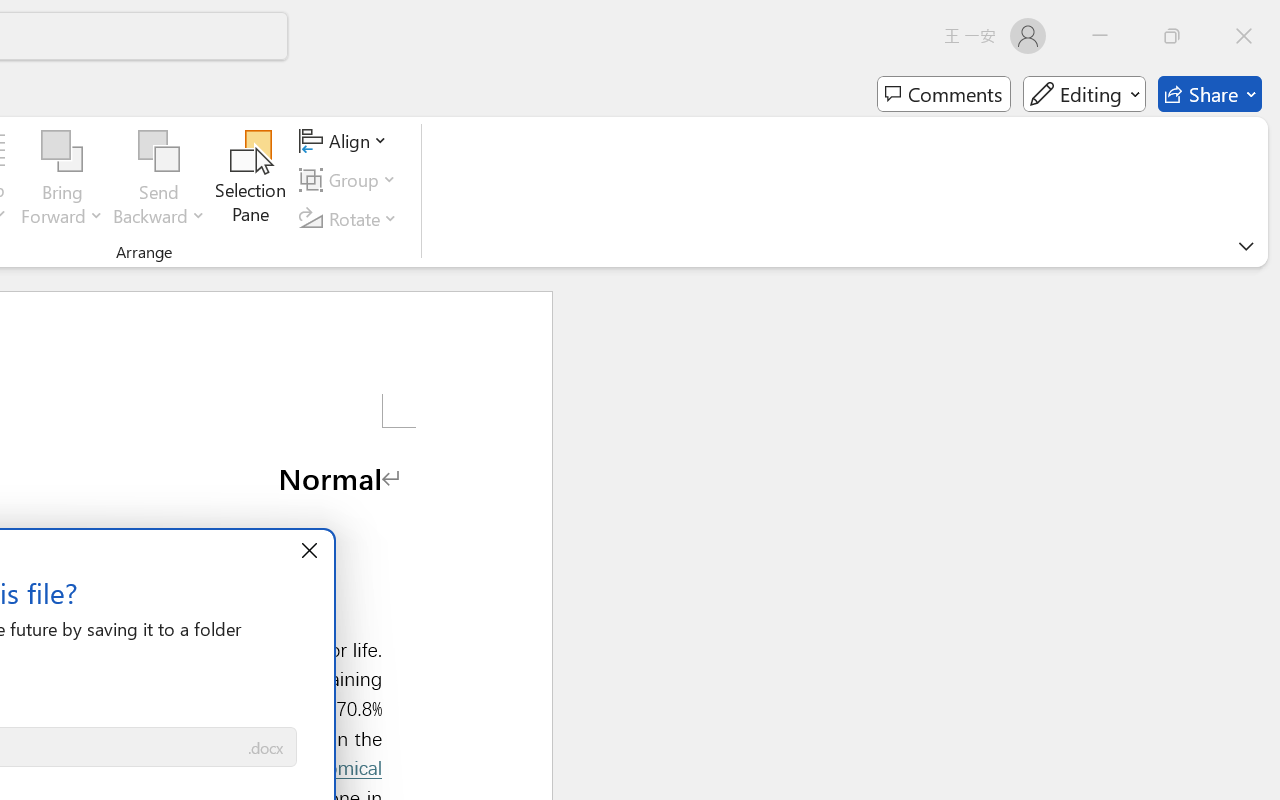 This screenshot has height=800, width=1280. Describe the element at coordinates (158, 179) in the screenshot. I see `'Send Backward'` at that location.